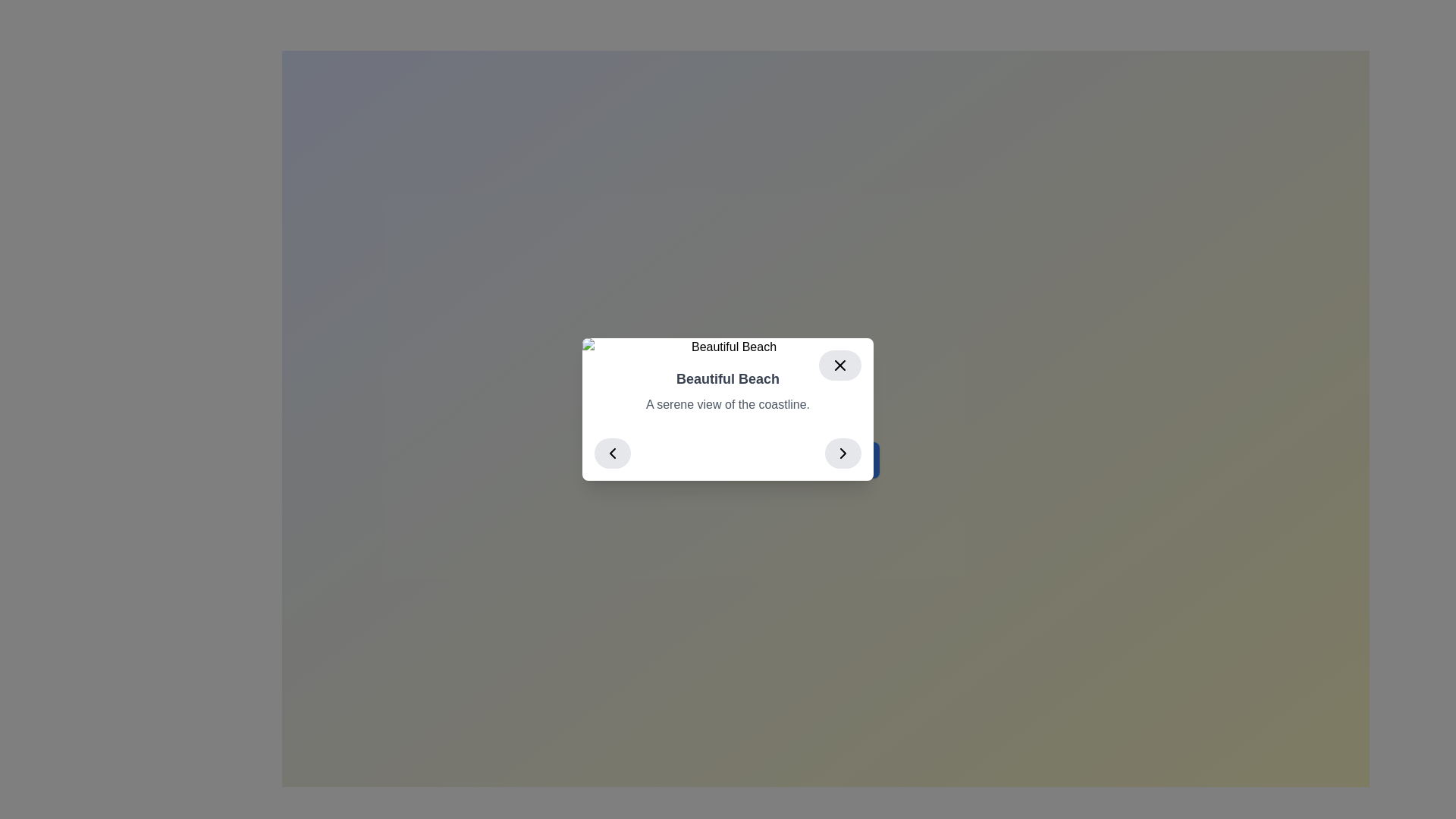 The height and width of the screenshot is (819, 1456). Describe the element at coordinates (612, 452) in the screenshot. I see `the backward navigation icon located in the bottom left corner of the pop-up card UI` at that location.